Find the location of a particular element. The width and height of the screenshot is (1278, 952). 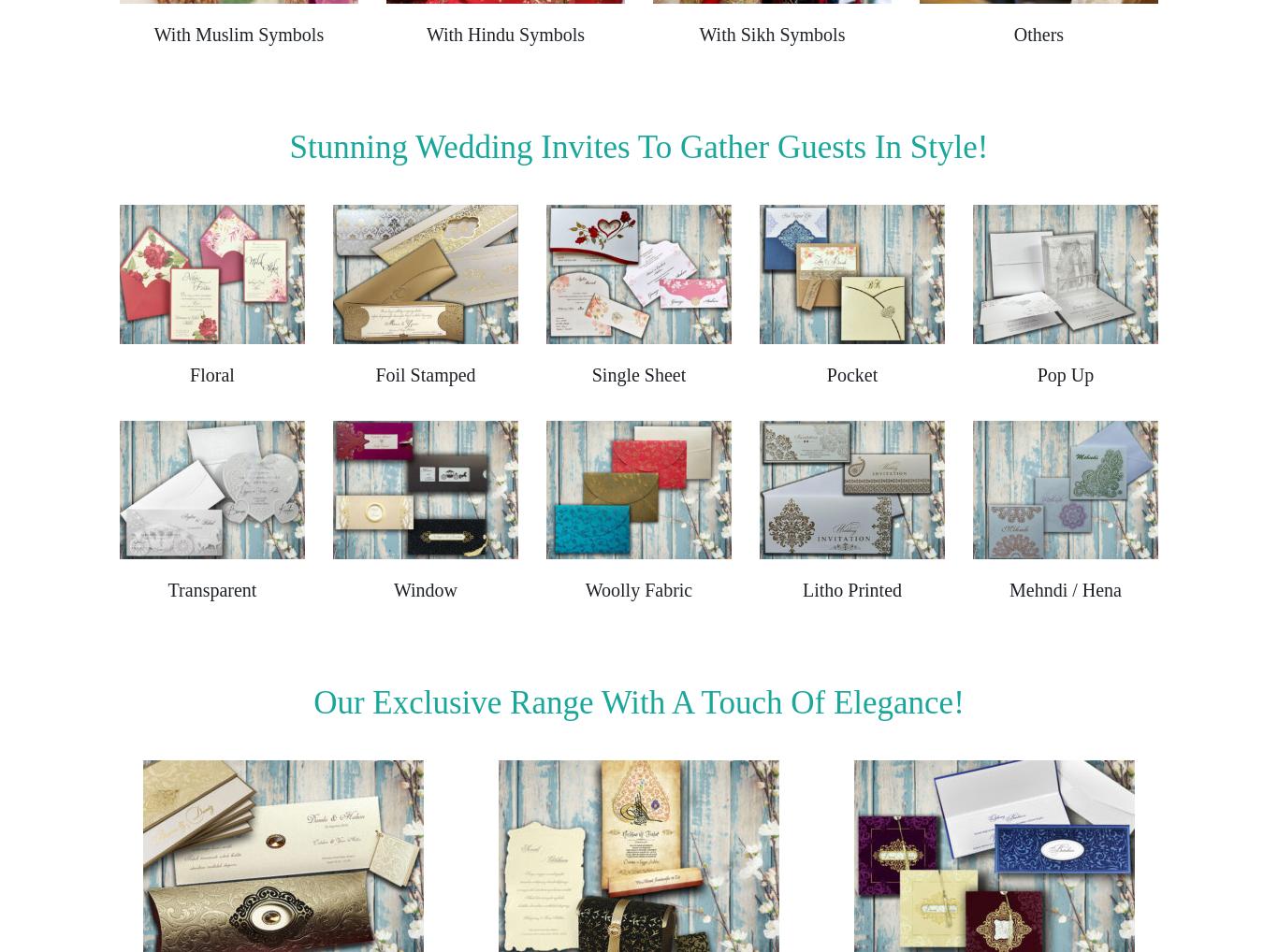

'Others' is located at coordinates (1038, 33).